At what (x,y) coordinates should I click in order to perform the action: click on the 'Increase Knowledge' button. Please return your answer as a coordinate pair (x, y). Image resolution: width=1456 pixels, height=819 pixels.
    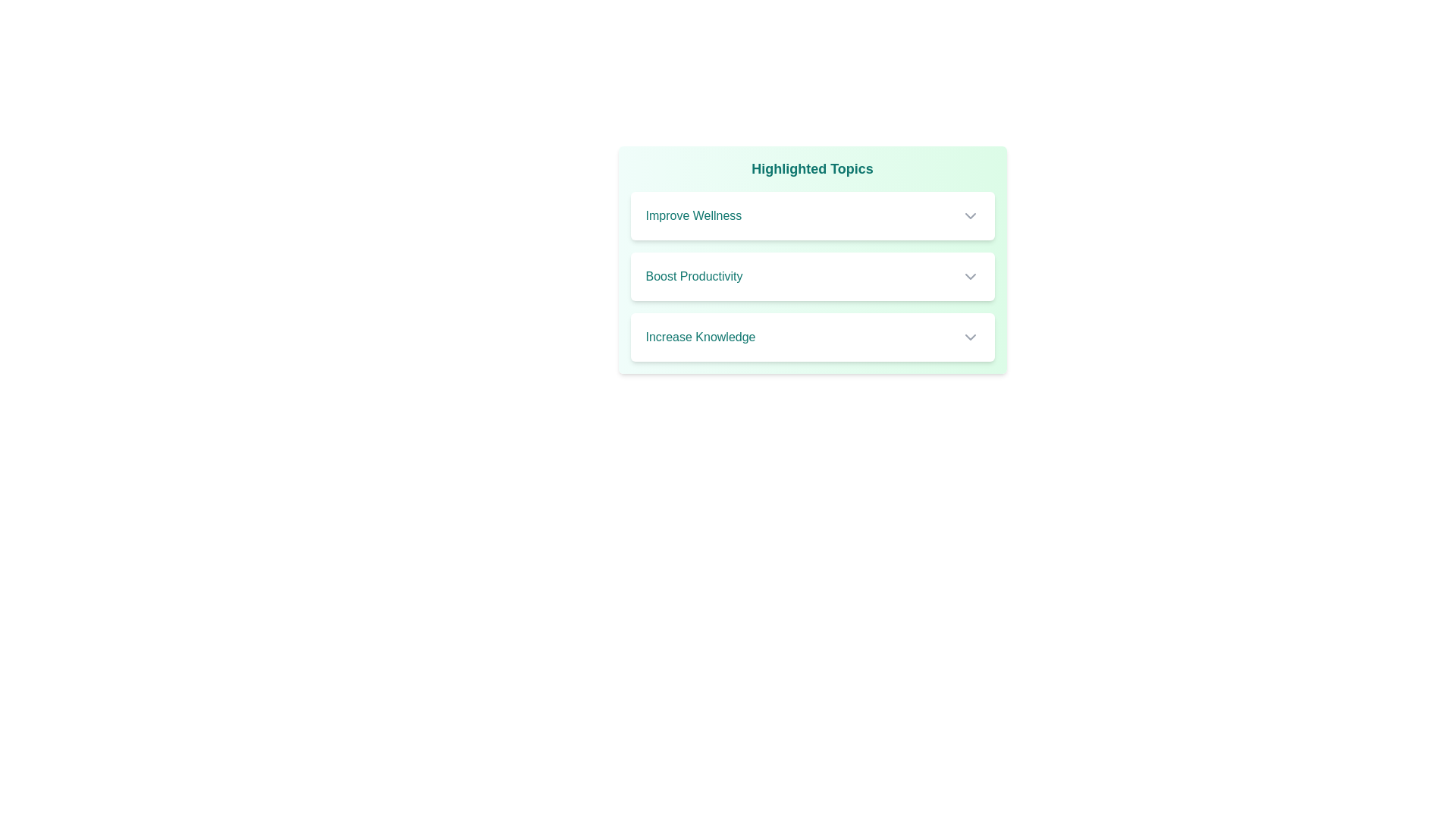
    Looking at the image, I should click on (811, 336).